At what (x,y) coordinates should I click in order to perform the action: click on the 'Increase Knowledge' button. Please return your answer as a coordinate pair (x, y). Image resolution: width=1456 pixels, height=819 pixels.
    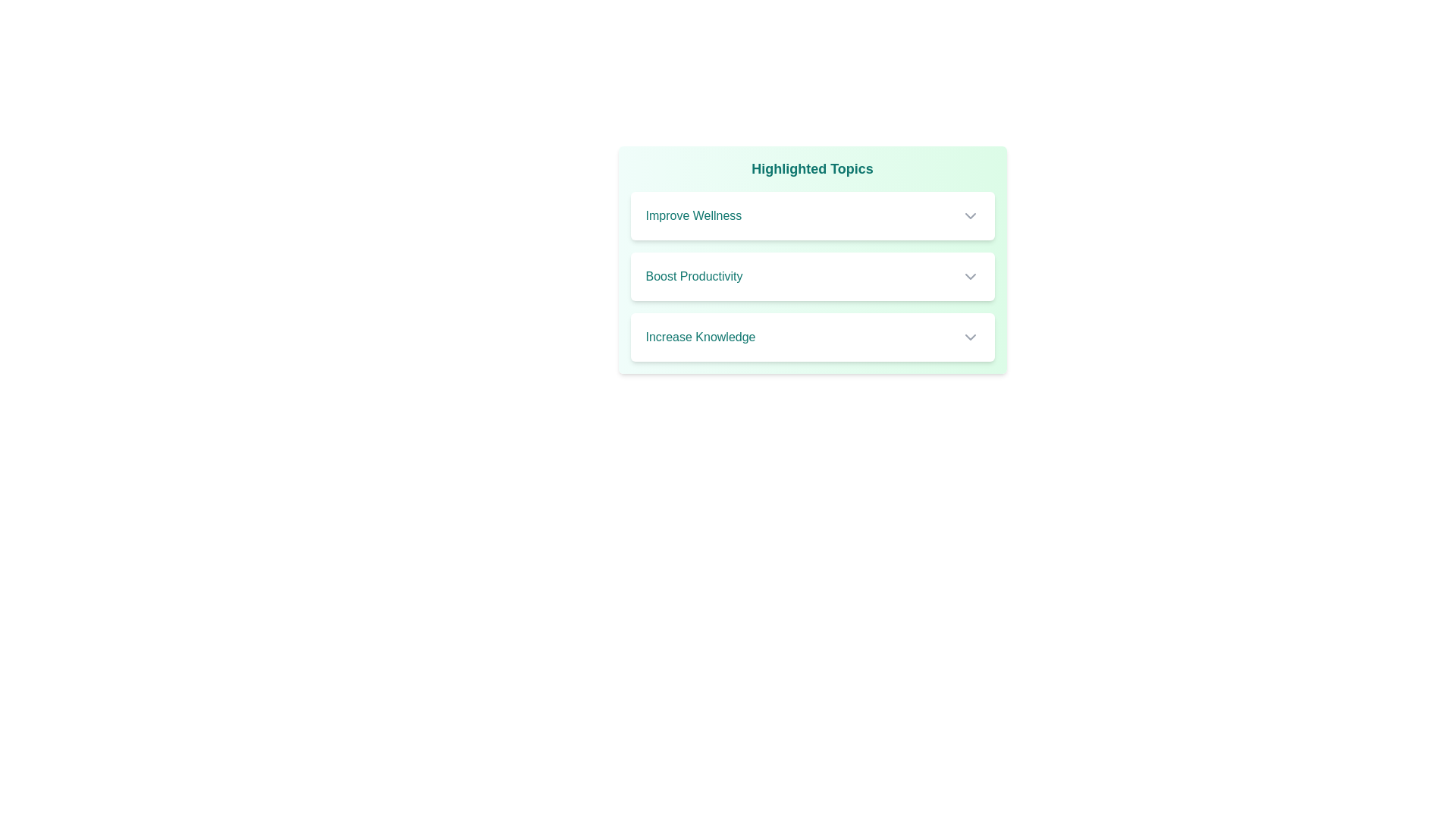
    Looking at the image, I should click on (811, 336).